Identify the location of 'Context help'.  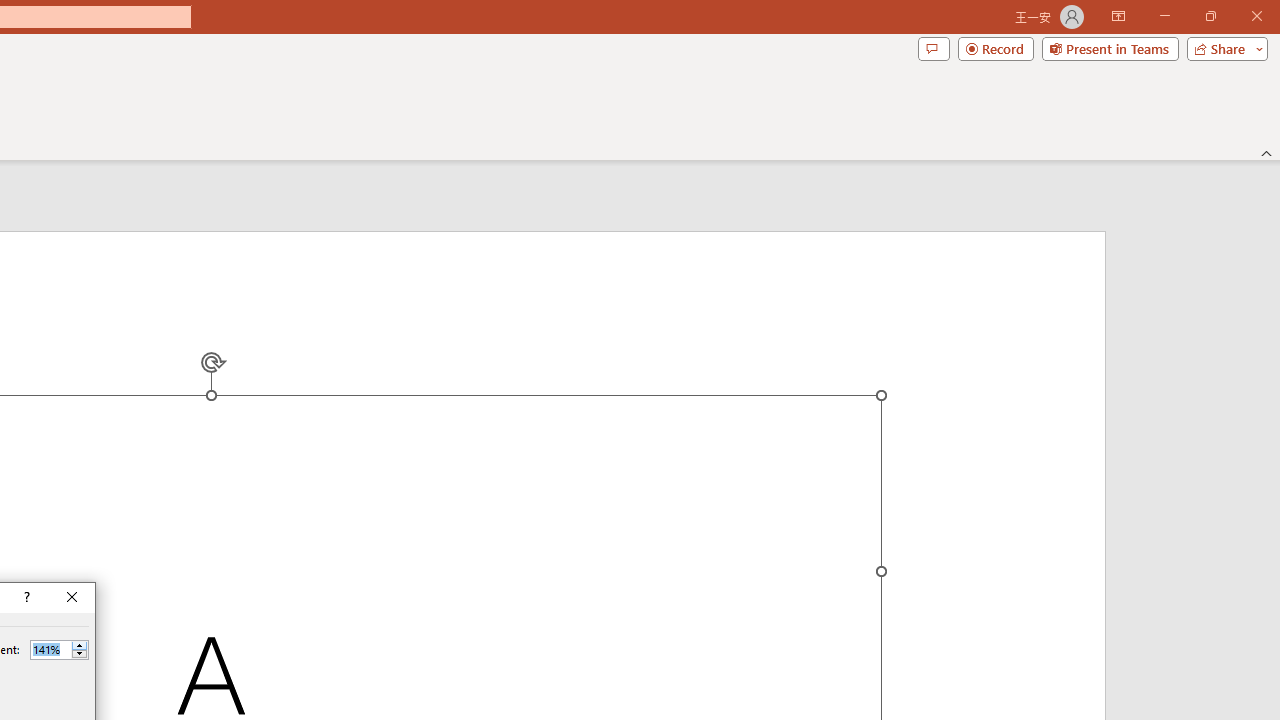
(25, 596).